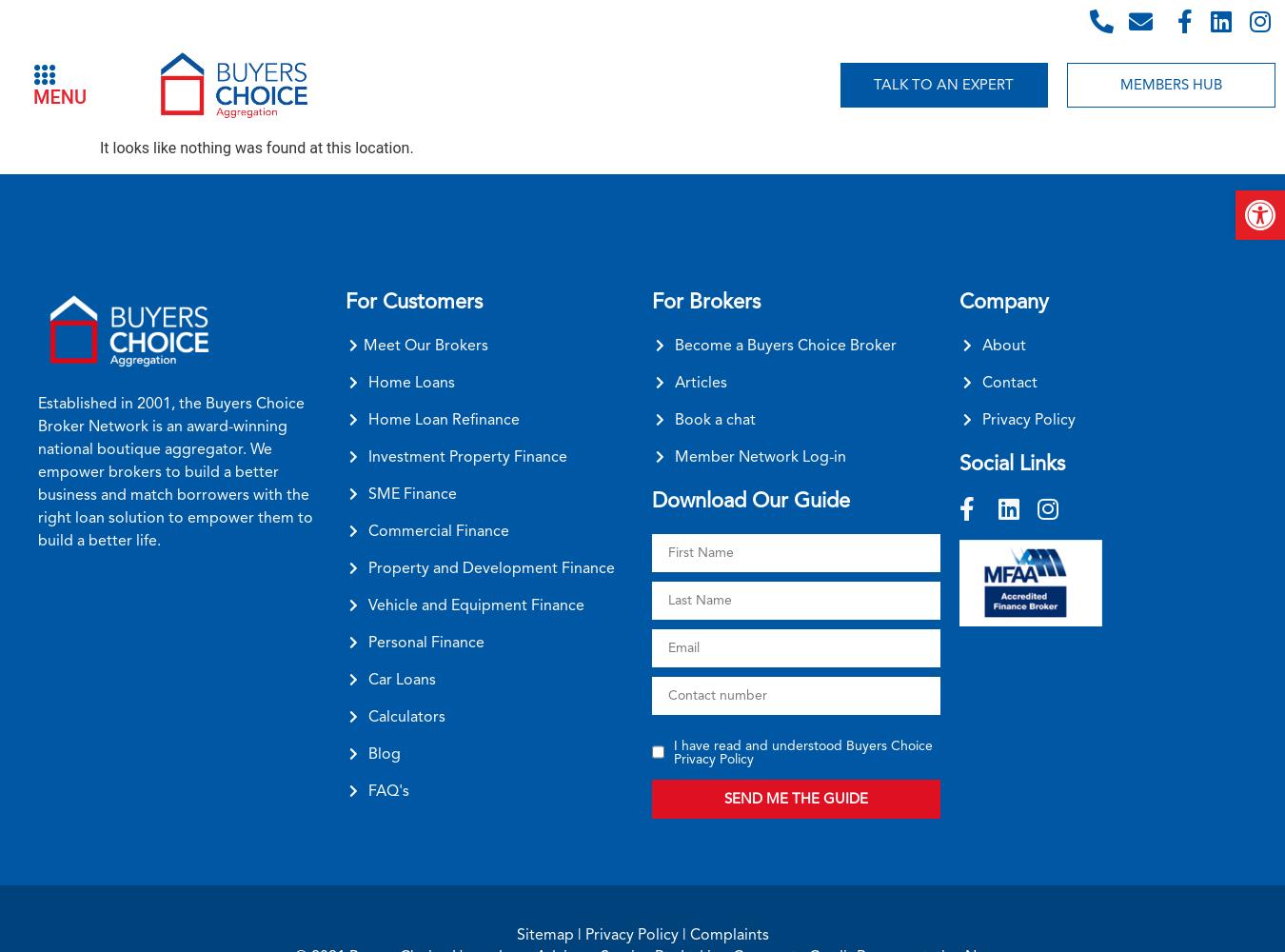  What do you see at coordinates (401, 678) in the screenshot?
I see `'Car Loans'` at bounding box center [401, 678].